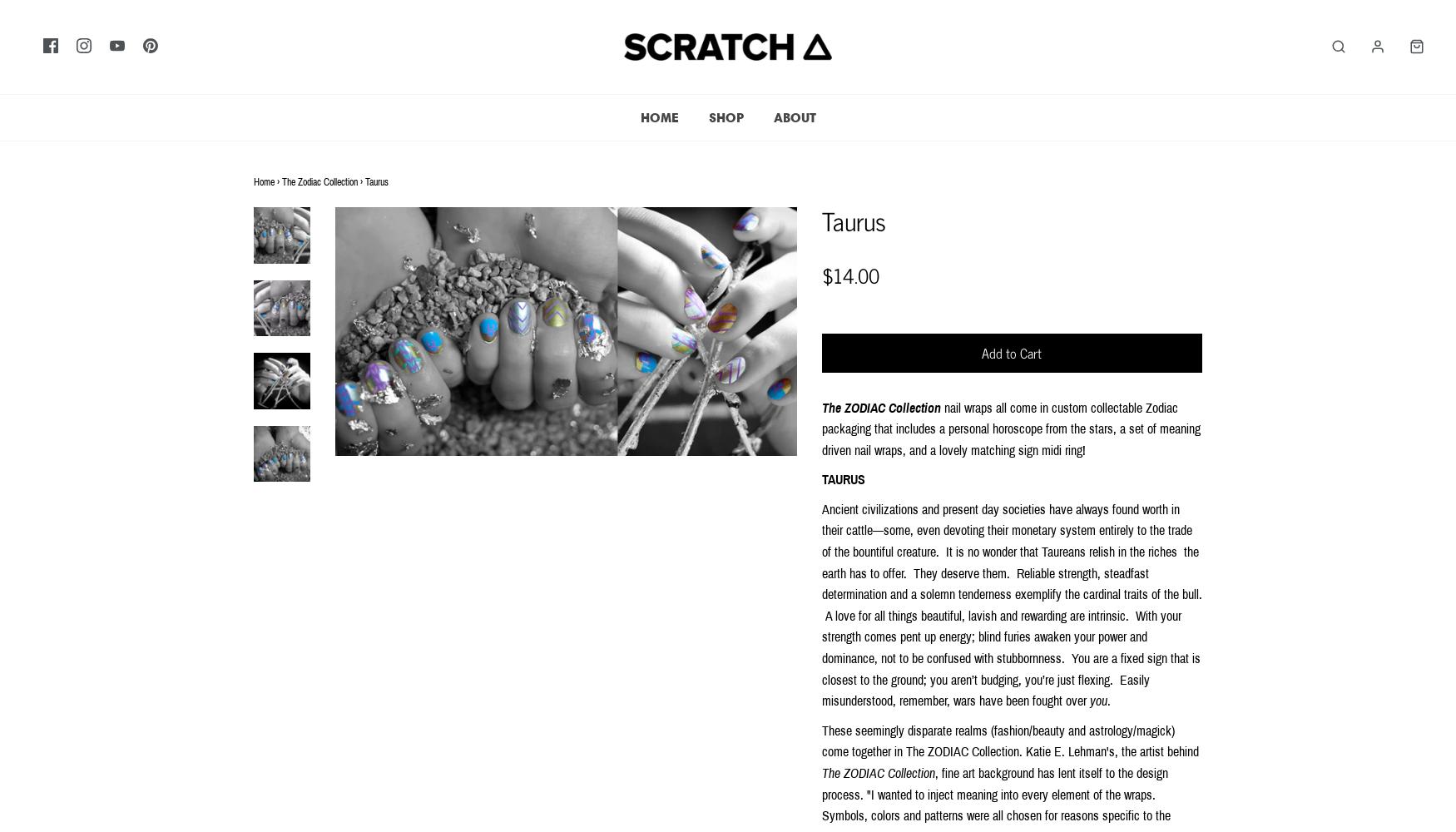  Describe the element at coordinates (997, 740) in the screenshot. I see `'These seemingly disparate realms (fashion/beauty and astrology/magick) come together in The ZODIAC Collection.'` at that location.